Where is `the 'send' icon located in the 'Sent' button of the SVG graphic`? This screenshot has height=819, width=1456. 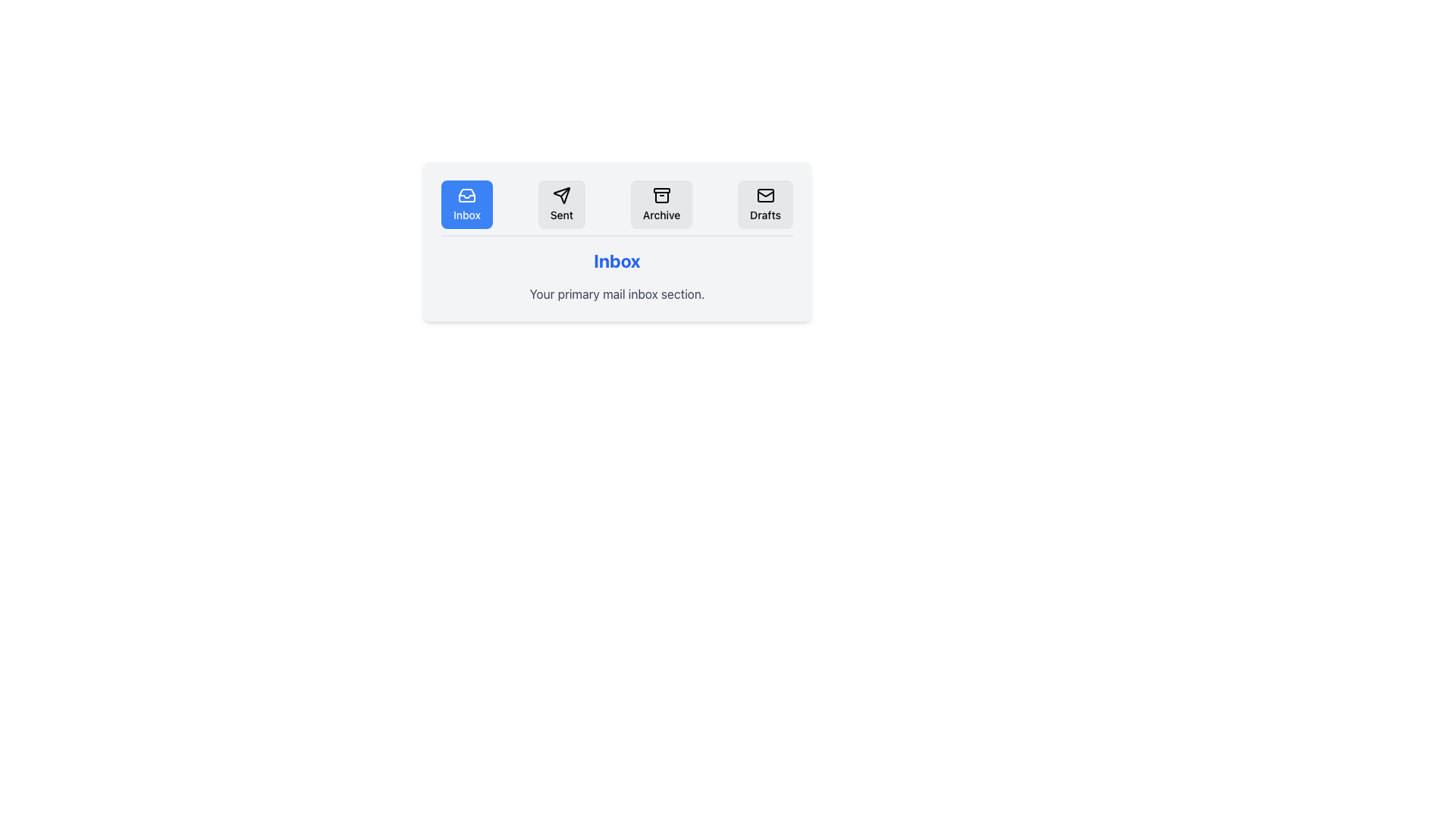 the 'send' icon located in the 'Sent' button of the SVG graphic is located at coordinates (560, 195).